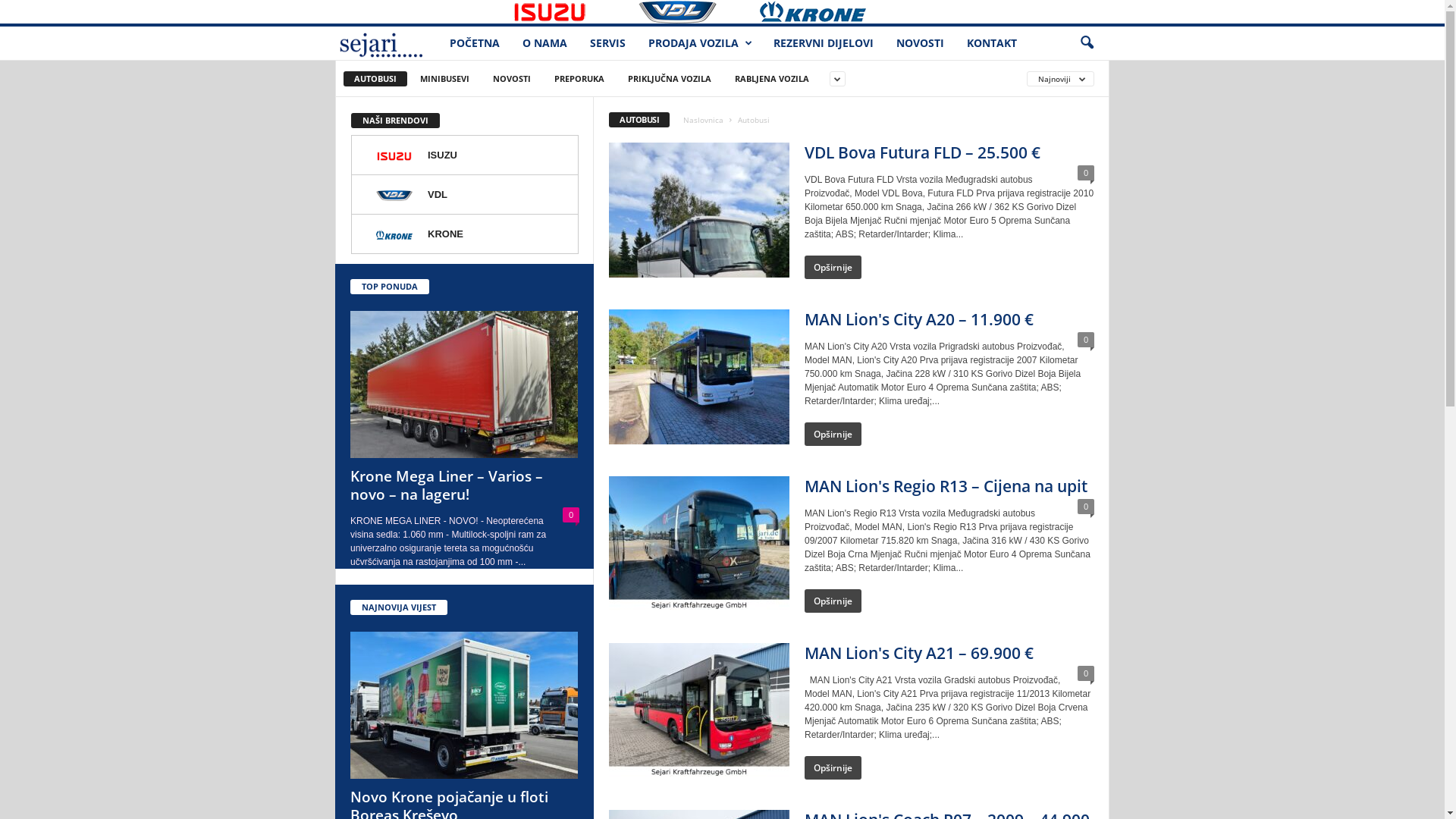 The image size is (1456, 819). What do you see at coordinates (444, 79) in the screenshot?
I see `'MINIBUSEVI'` at bounding box center [444, 79].